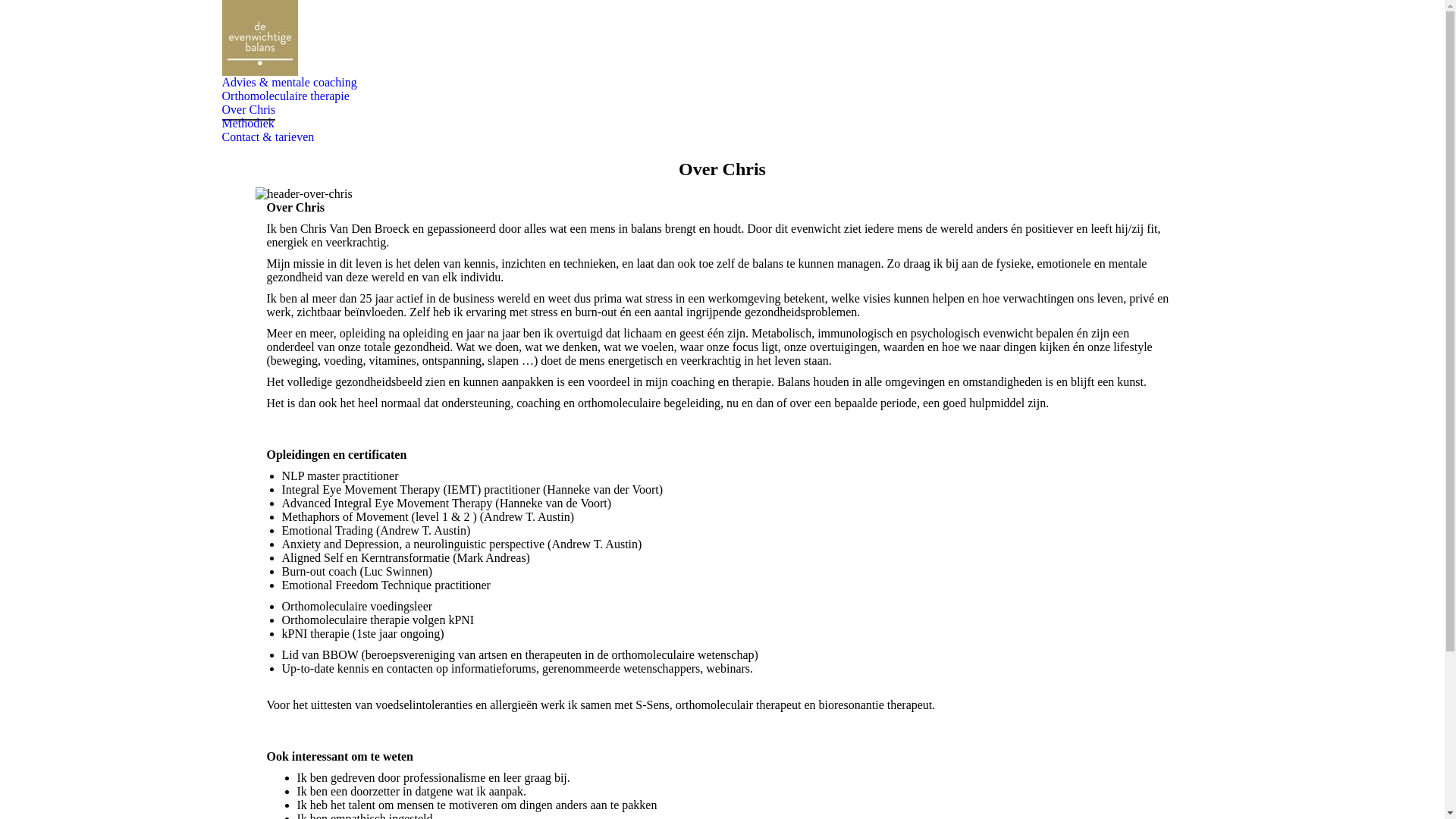  I want to click on 'Advies & mentale coaching', so click(288, 82).